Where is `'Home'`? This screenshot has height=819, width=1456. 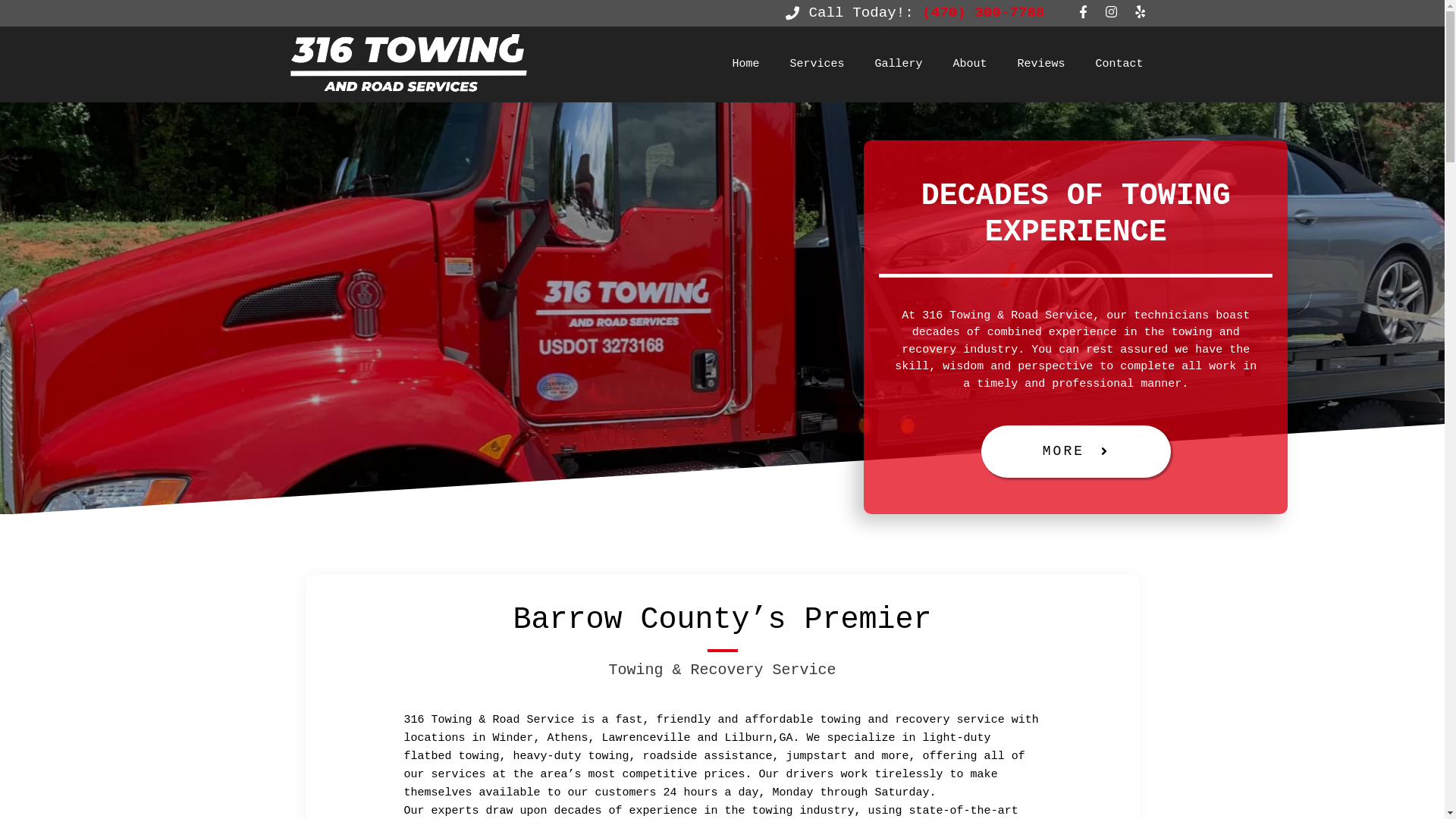 'Home' is located at coordinates (745, 63).